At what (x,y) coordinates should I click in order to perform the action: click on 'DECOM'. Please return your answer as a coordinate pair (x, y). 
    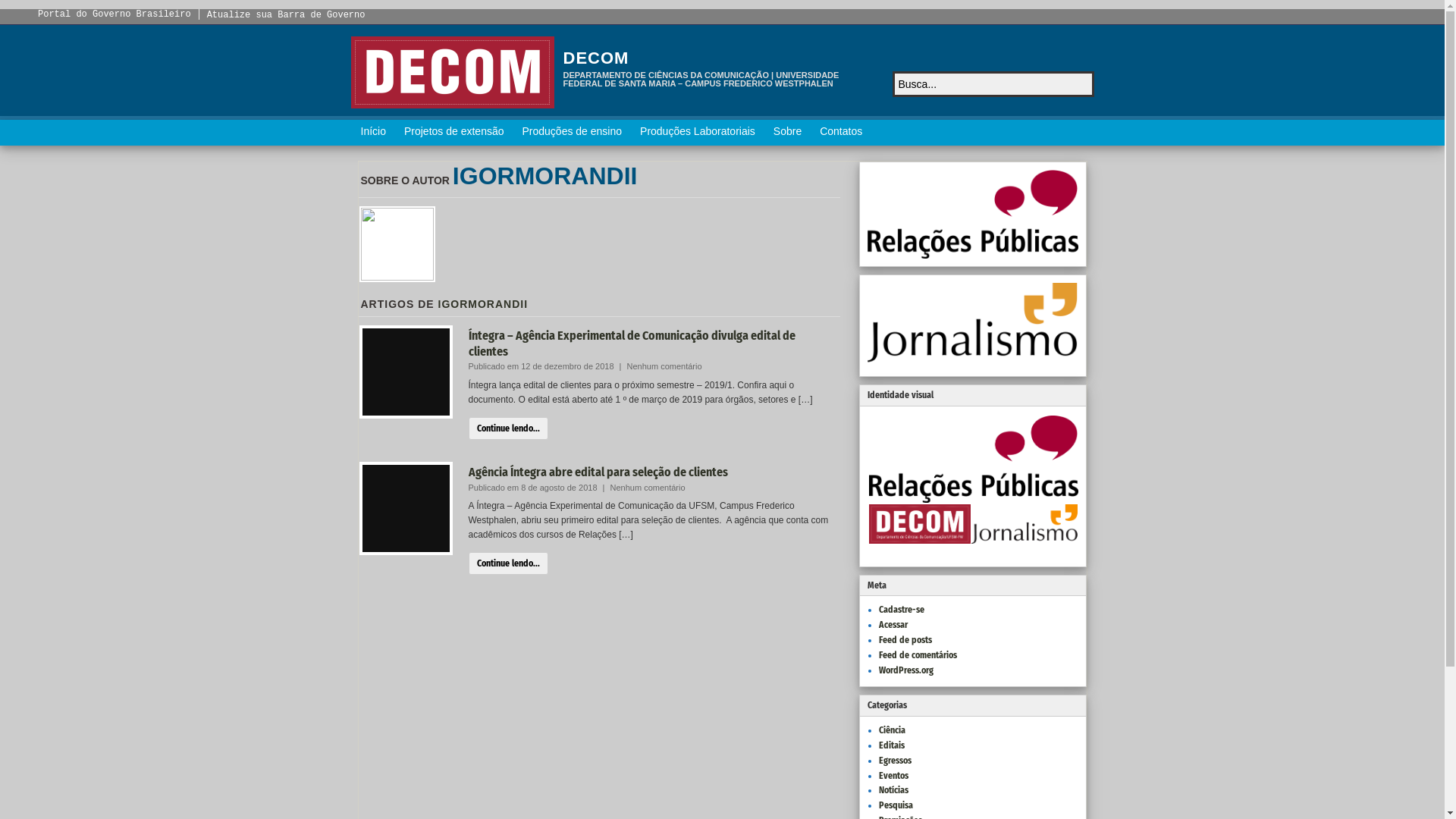
    Looking at the image, I should click on (562, 57).